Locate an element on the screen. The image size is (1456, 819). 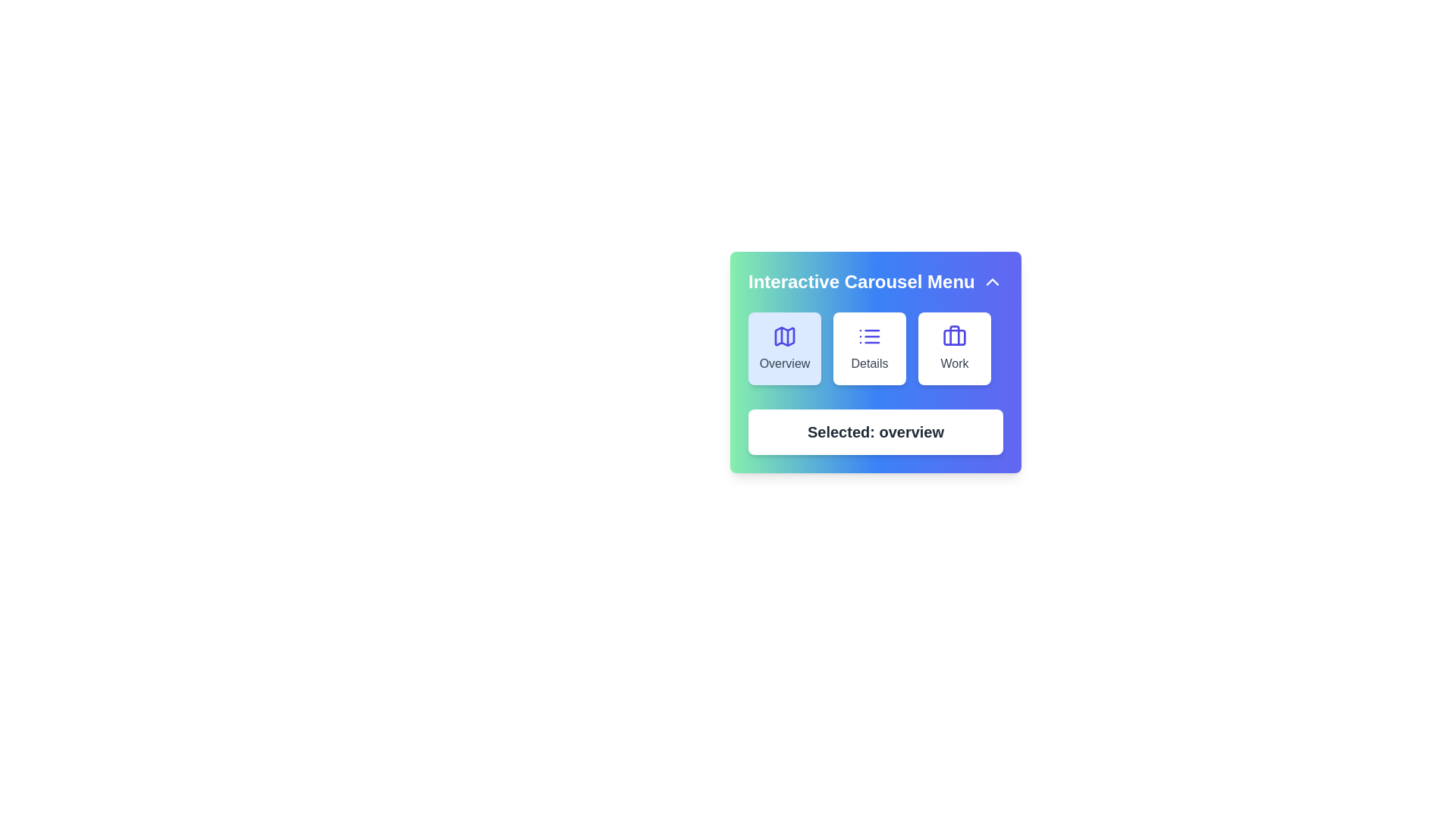
the slide corresponding to Details by clicking on its text label is located at coordinates (870, 363).